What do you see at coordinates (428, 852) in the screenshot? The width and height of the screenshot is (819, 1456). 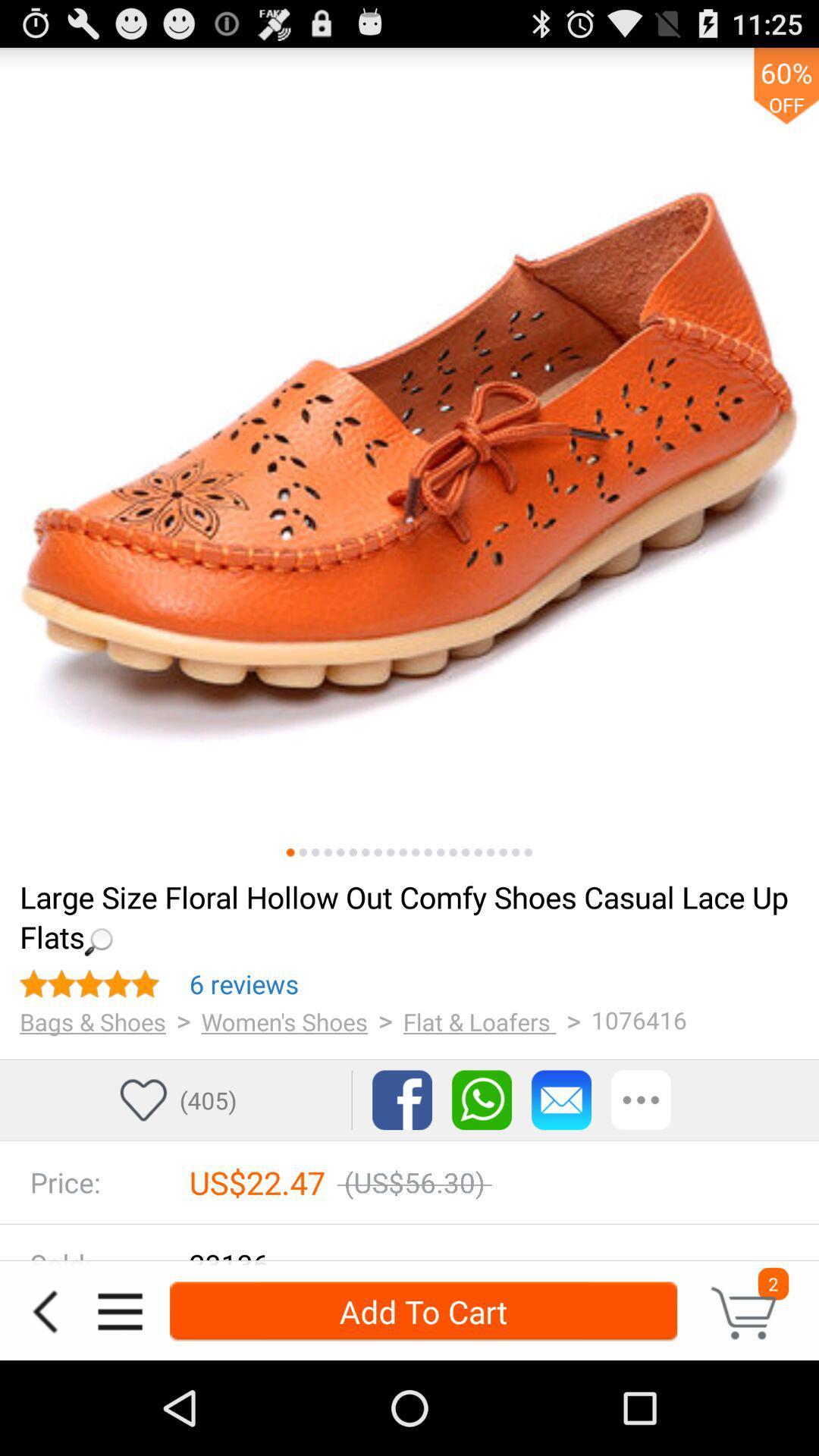 I see `comfort for use on the title only` at bounding box center [428, 852].